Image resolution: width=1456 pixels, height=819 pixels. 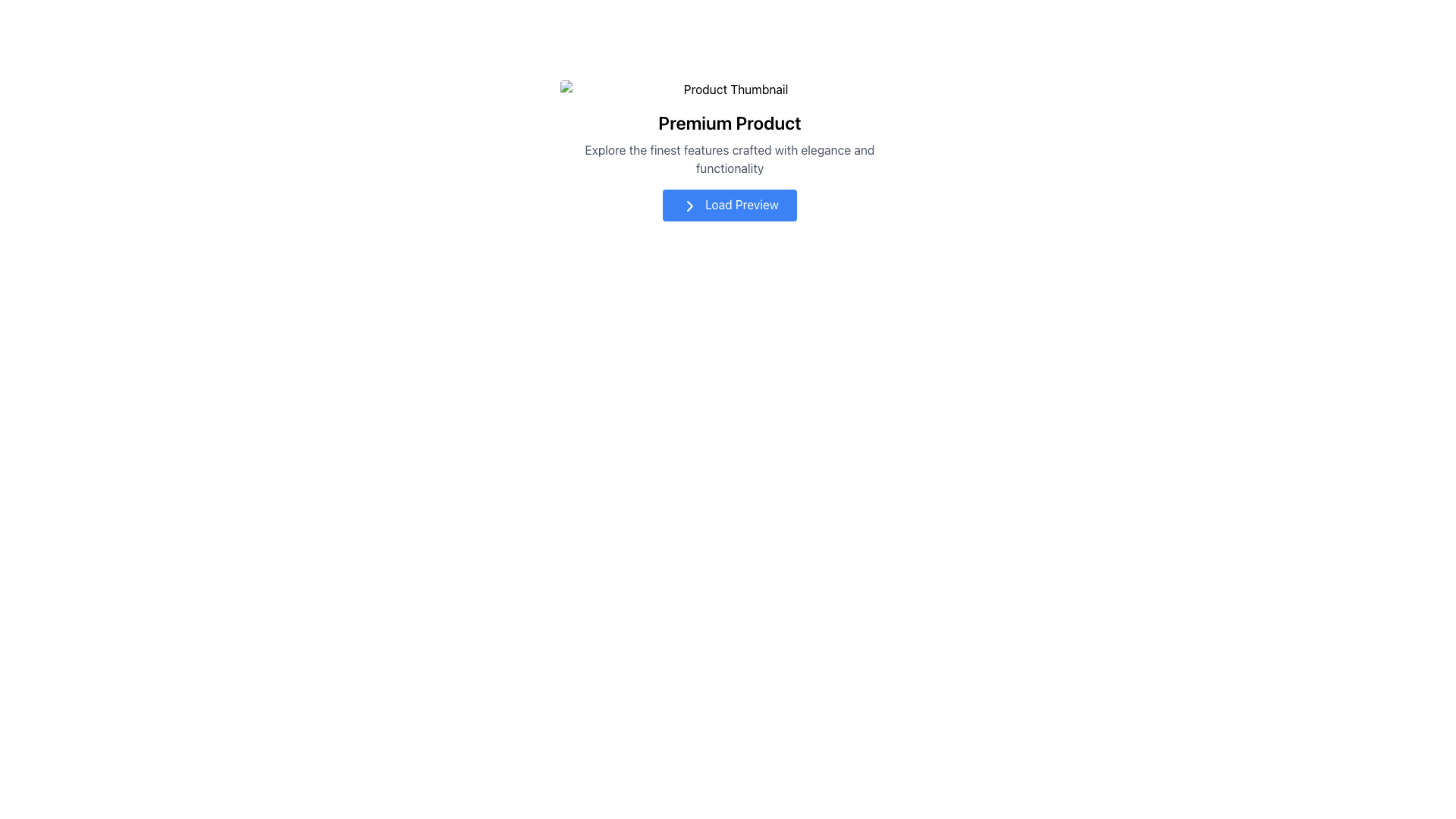 What do you see at coordinates (689, 206) in the screenshot?
I see `the right-facing chevron icon, which is part of a group aligned with the 'Load Preview' button` at bounding box center [689, 206].